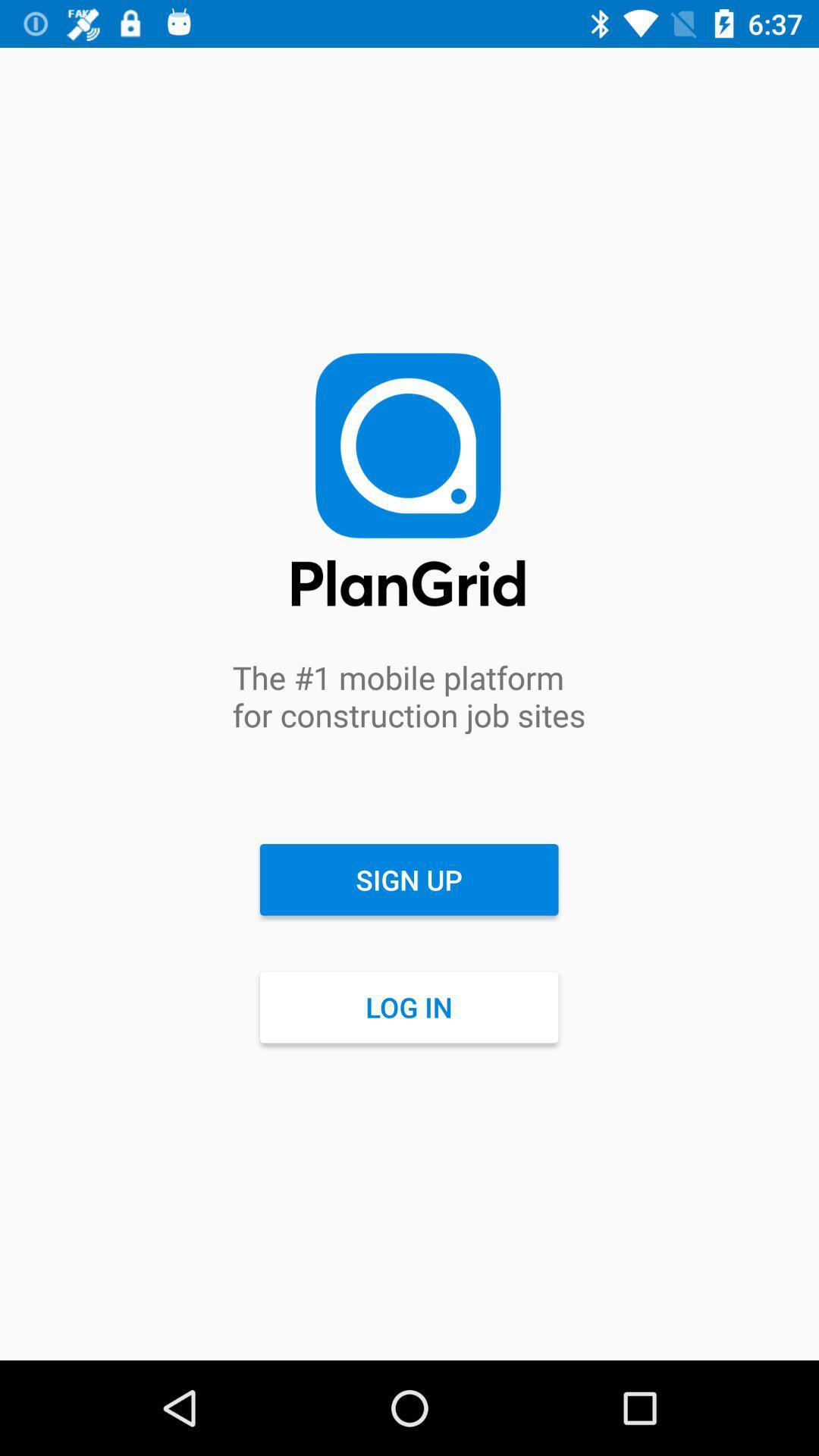 The image size is (819, 1456). What do you see at coordinates (408, 1007) in the screenshot?
I see `the log in icon` at bounding box center [408, 1007].